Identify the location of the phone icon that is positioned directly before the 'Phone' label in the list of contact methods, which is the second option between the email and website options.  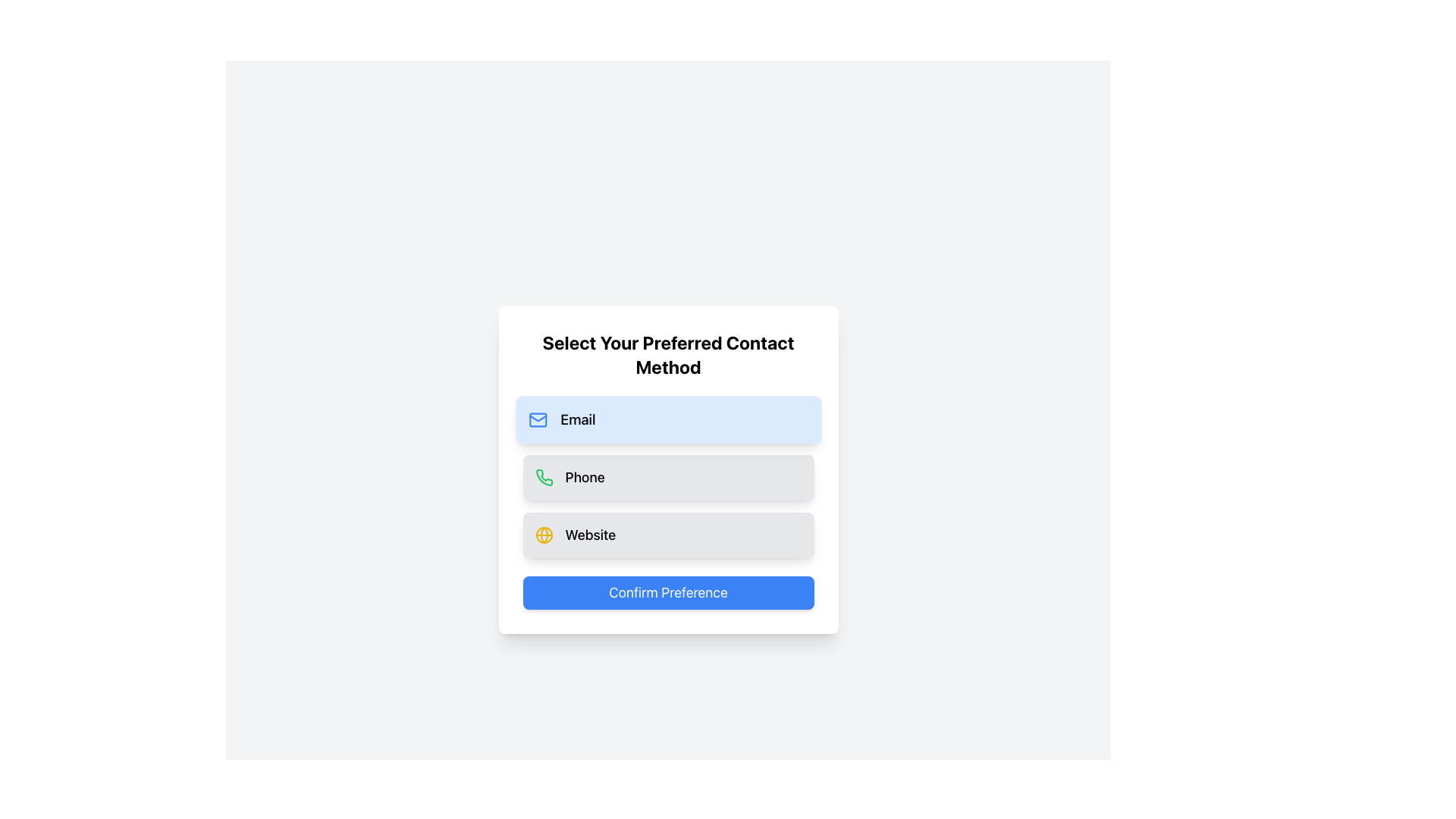
(544, 476).